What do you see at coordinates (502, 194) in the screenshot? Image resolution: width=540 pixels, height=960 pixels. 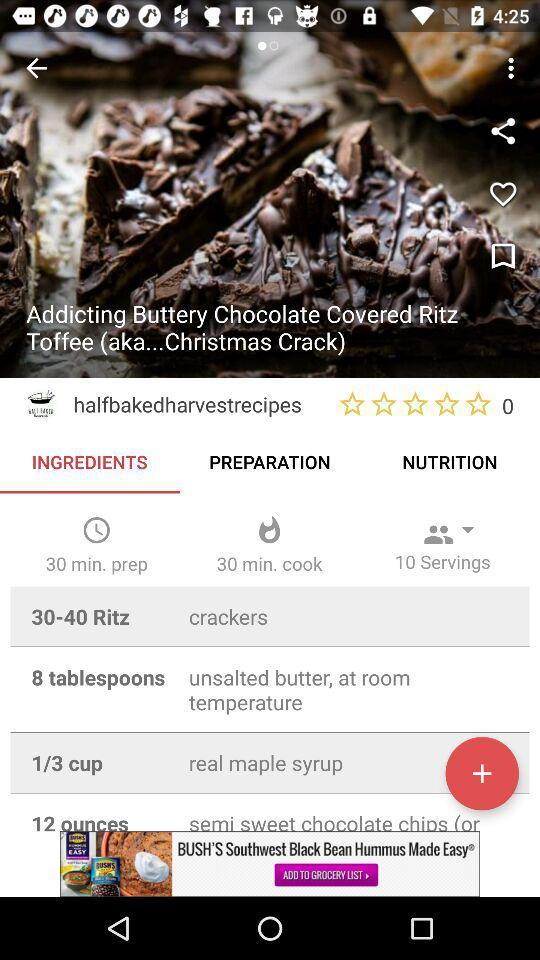 I see `the favorite icon` at bounding box center [502, 194].